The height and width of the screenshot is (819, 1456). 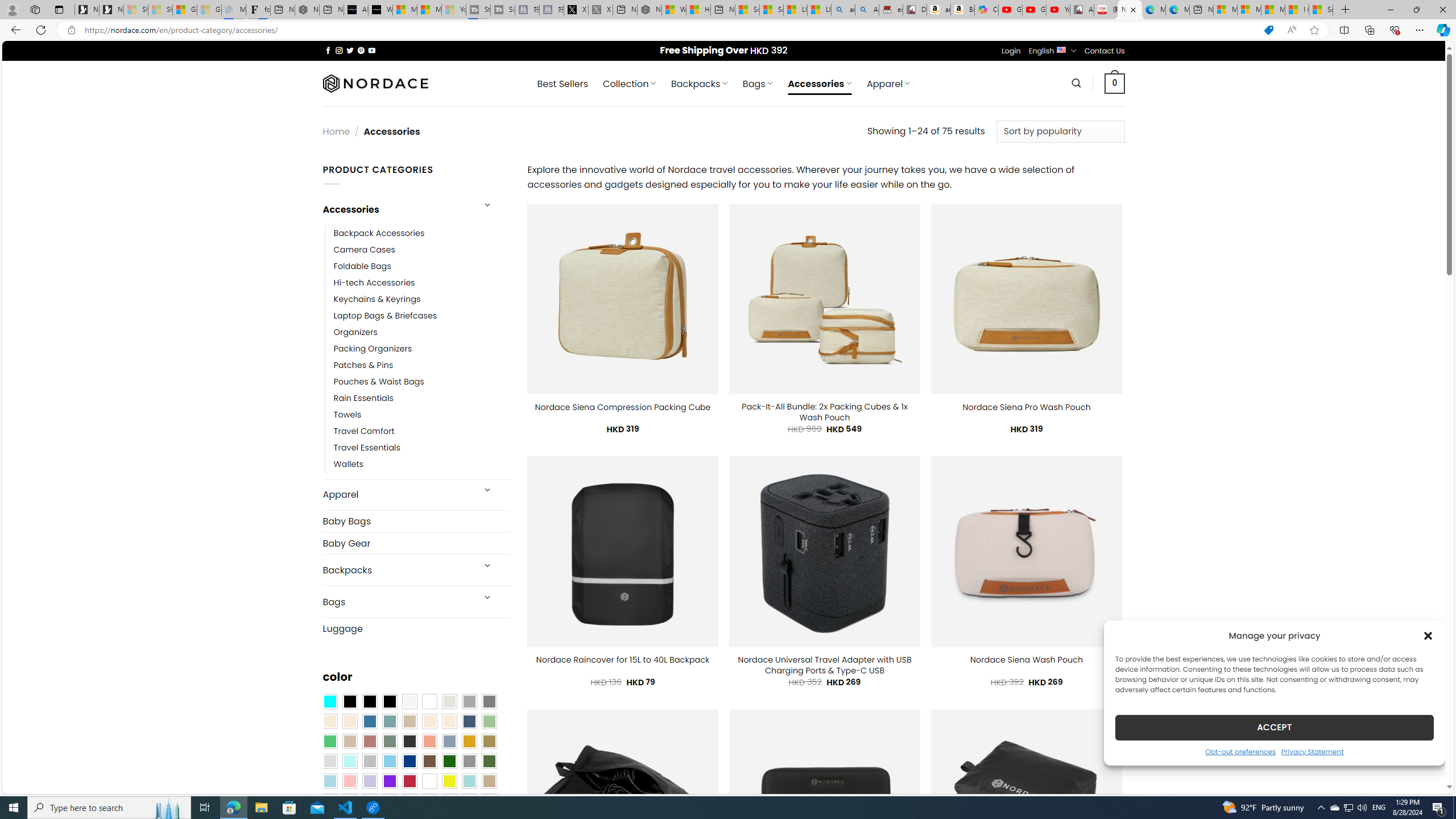 I want to click on 'Packing Organizers', so click(x=421, y=349).